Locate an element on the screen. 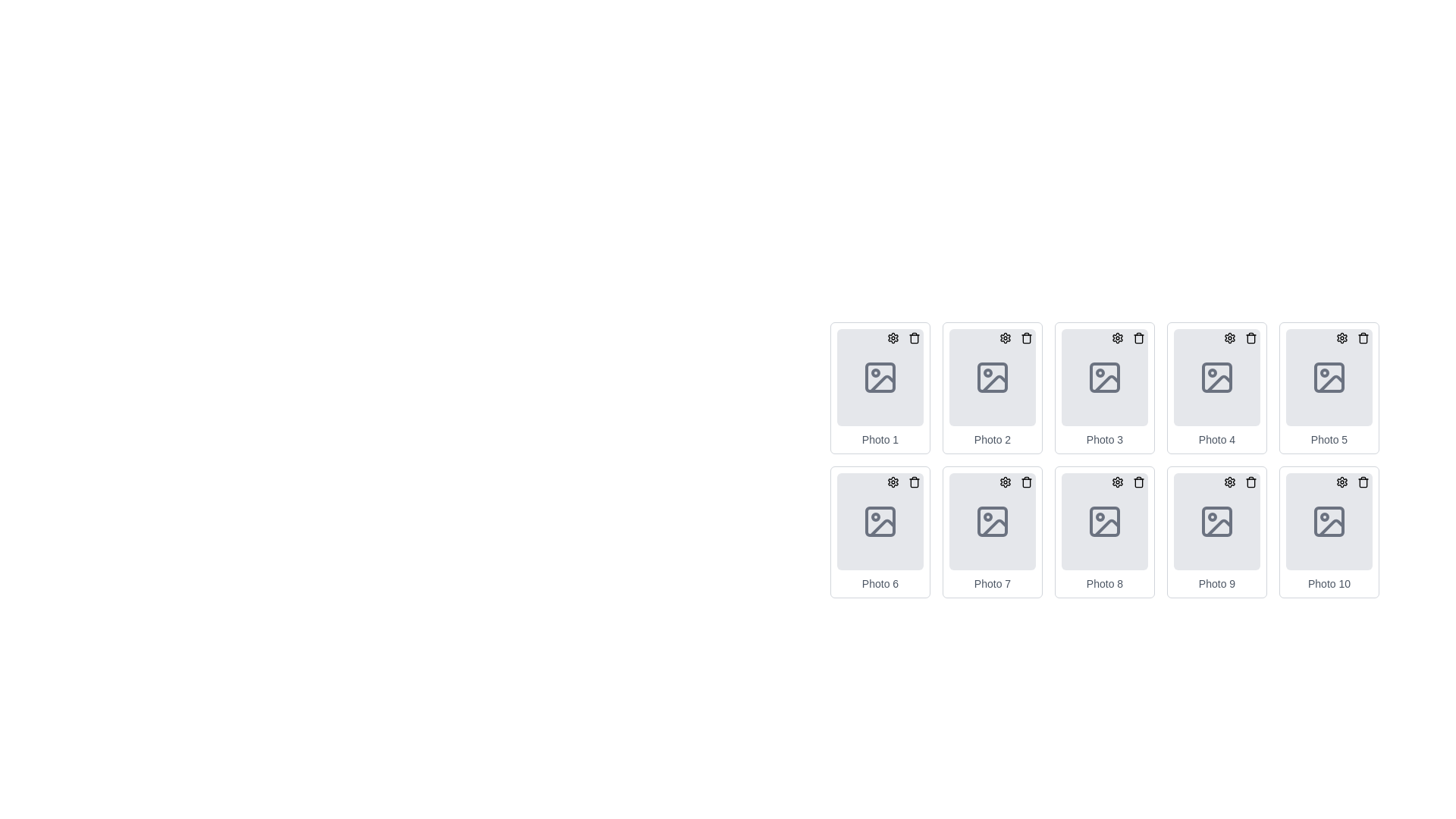 Image resolution: width=1456 pixels, height=819 pixels. the rectangular component located within the photo frame icon, which is the ninth item in the UI grid layout is located at coordinates (1216, 520).